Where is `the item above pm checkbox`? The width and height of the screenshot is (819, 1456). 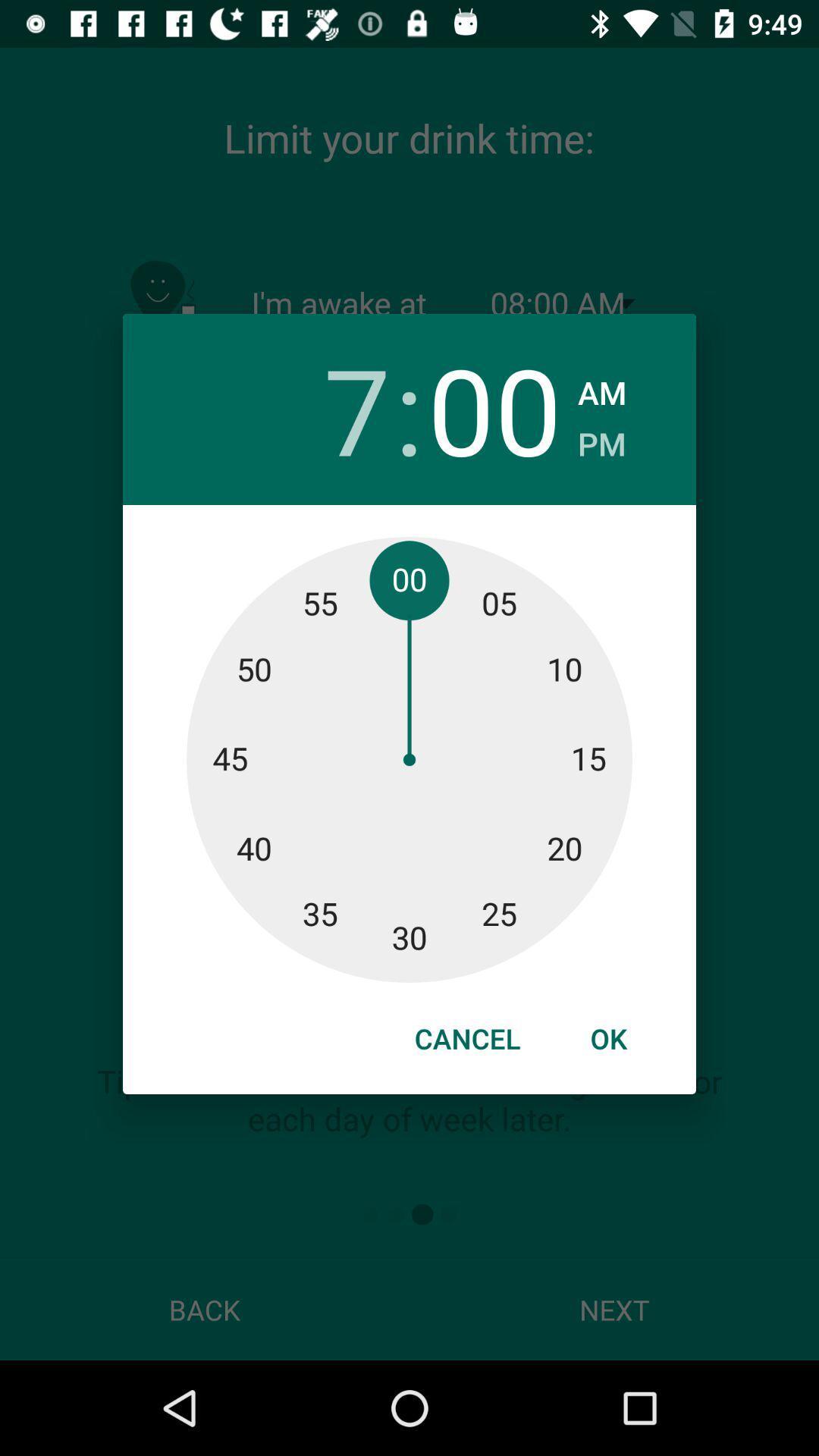 the item above pm checkbox is located at coordinates (601, 388).